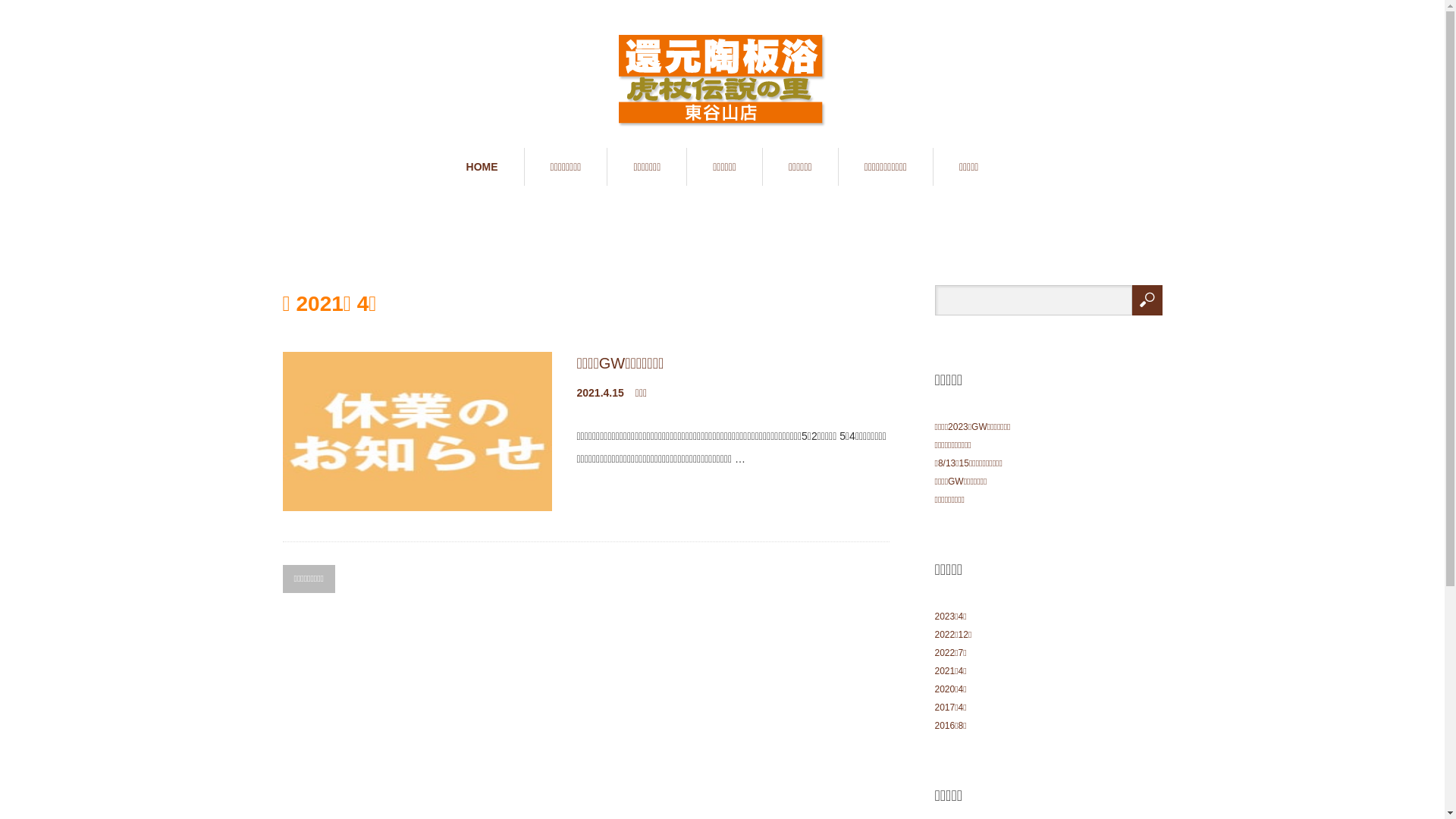  I want to click on 'HOME', so click(482, 166).